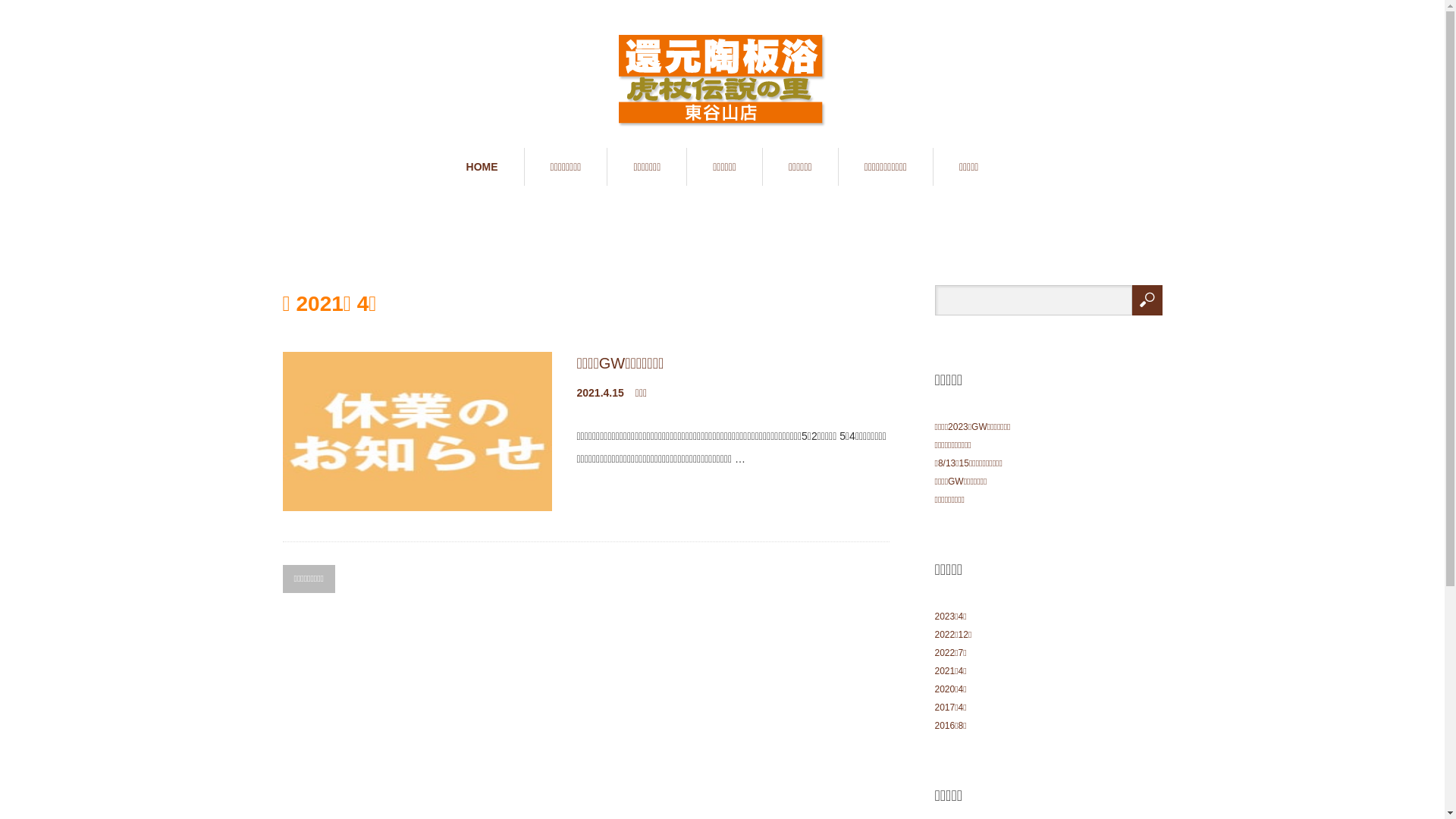  I want to click on 'HOME', so click(482, 166).